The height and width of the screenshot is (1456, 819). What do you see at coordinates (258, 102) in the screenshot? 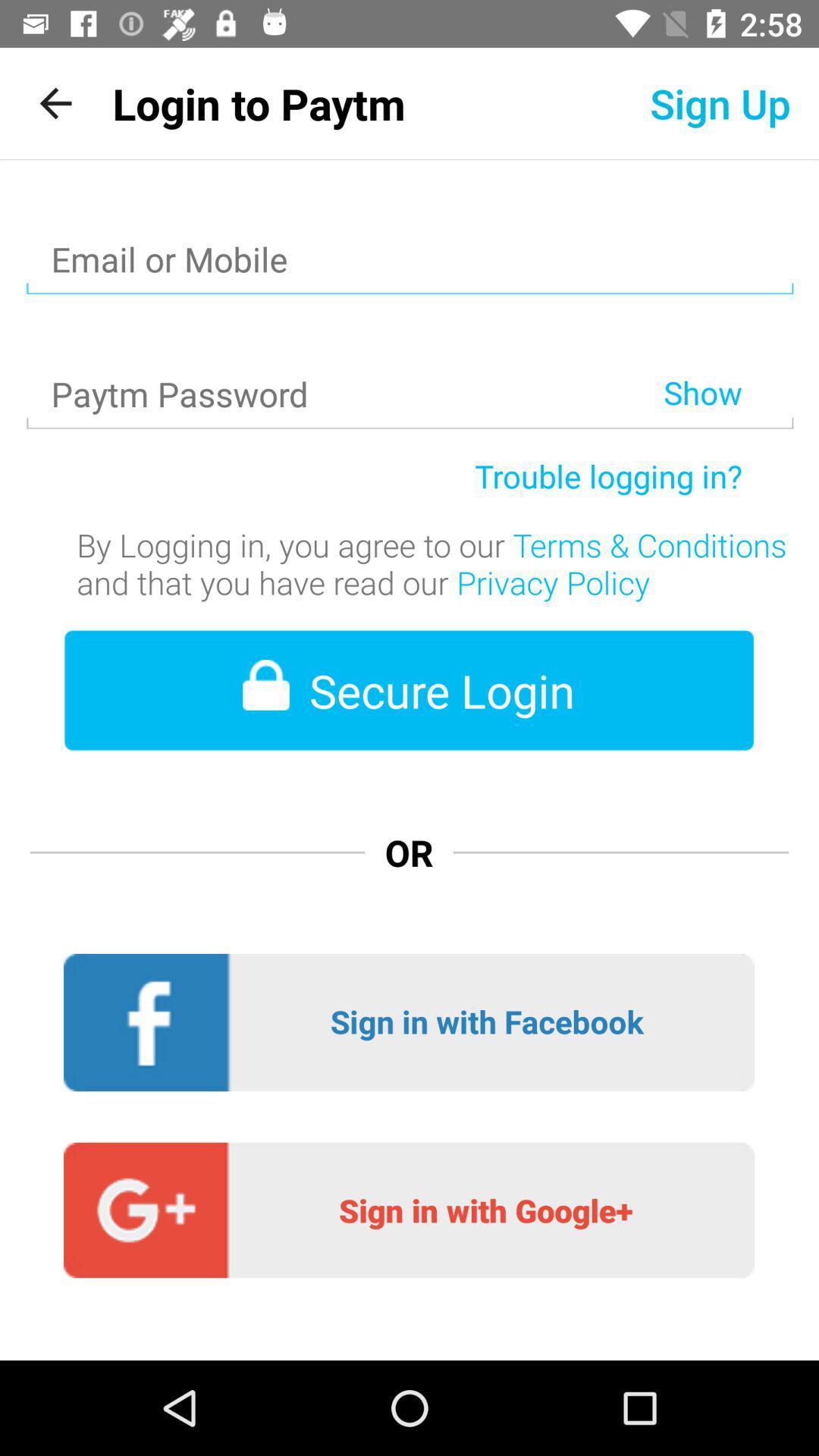
I see `icon to the left of the sign up` at bounding box center [258, 102].